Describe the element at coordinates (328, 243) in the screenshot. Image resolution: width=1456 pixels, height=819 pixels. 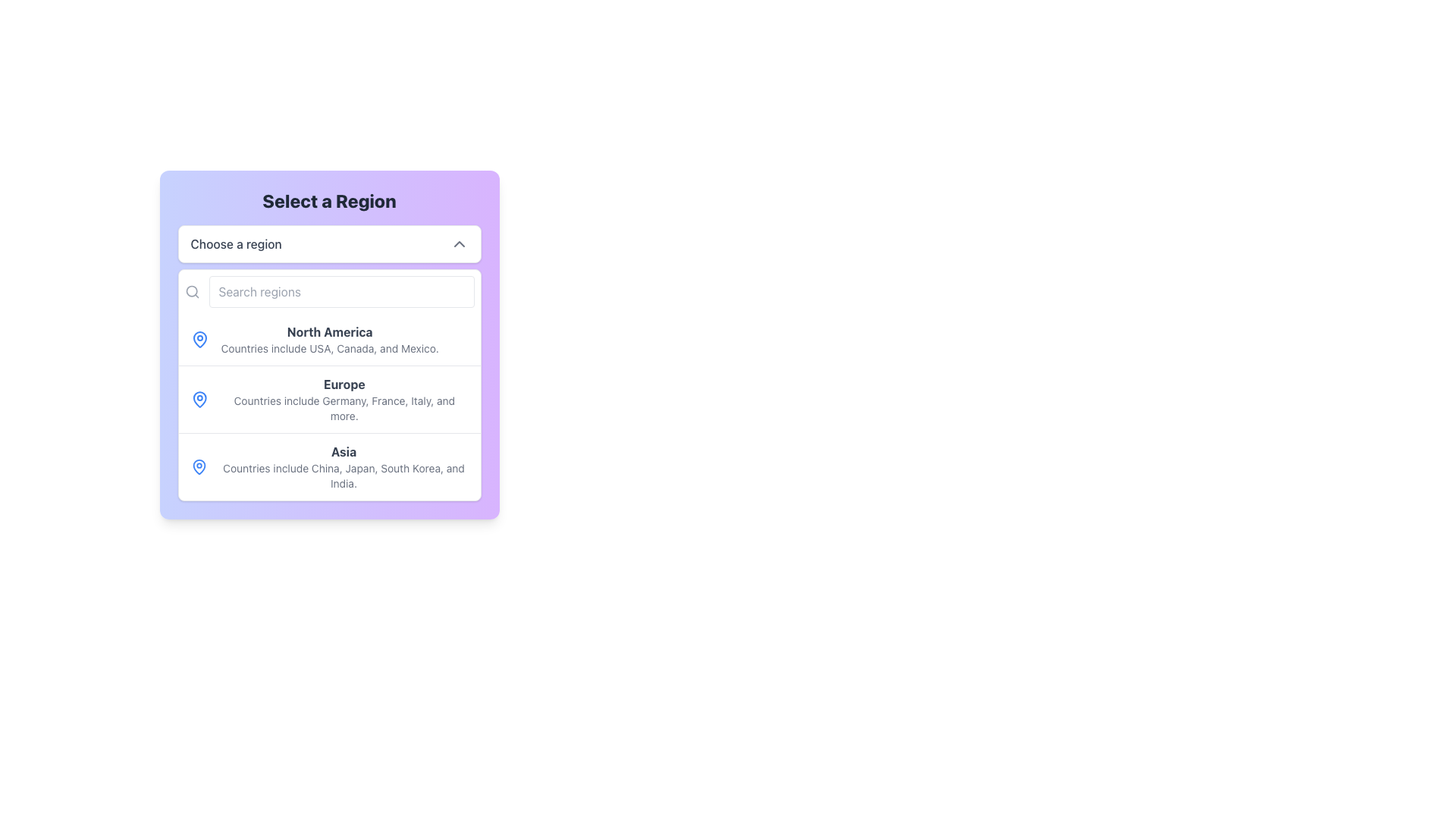
I see `the dropdown trigger element located below the title 'Select a Region'` at that location.